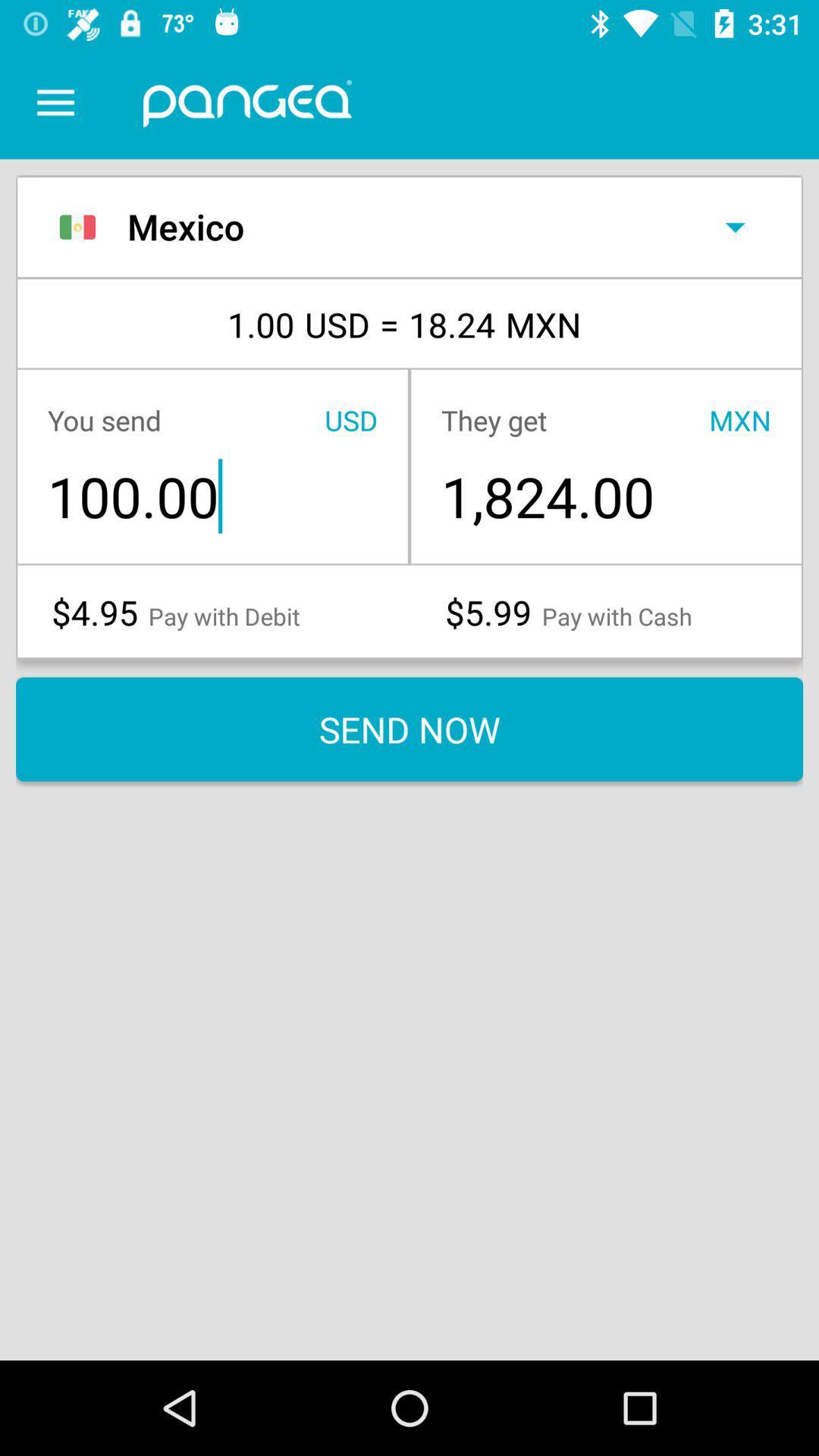  I want to click on the send now item, so click(409, 729).